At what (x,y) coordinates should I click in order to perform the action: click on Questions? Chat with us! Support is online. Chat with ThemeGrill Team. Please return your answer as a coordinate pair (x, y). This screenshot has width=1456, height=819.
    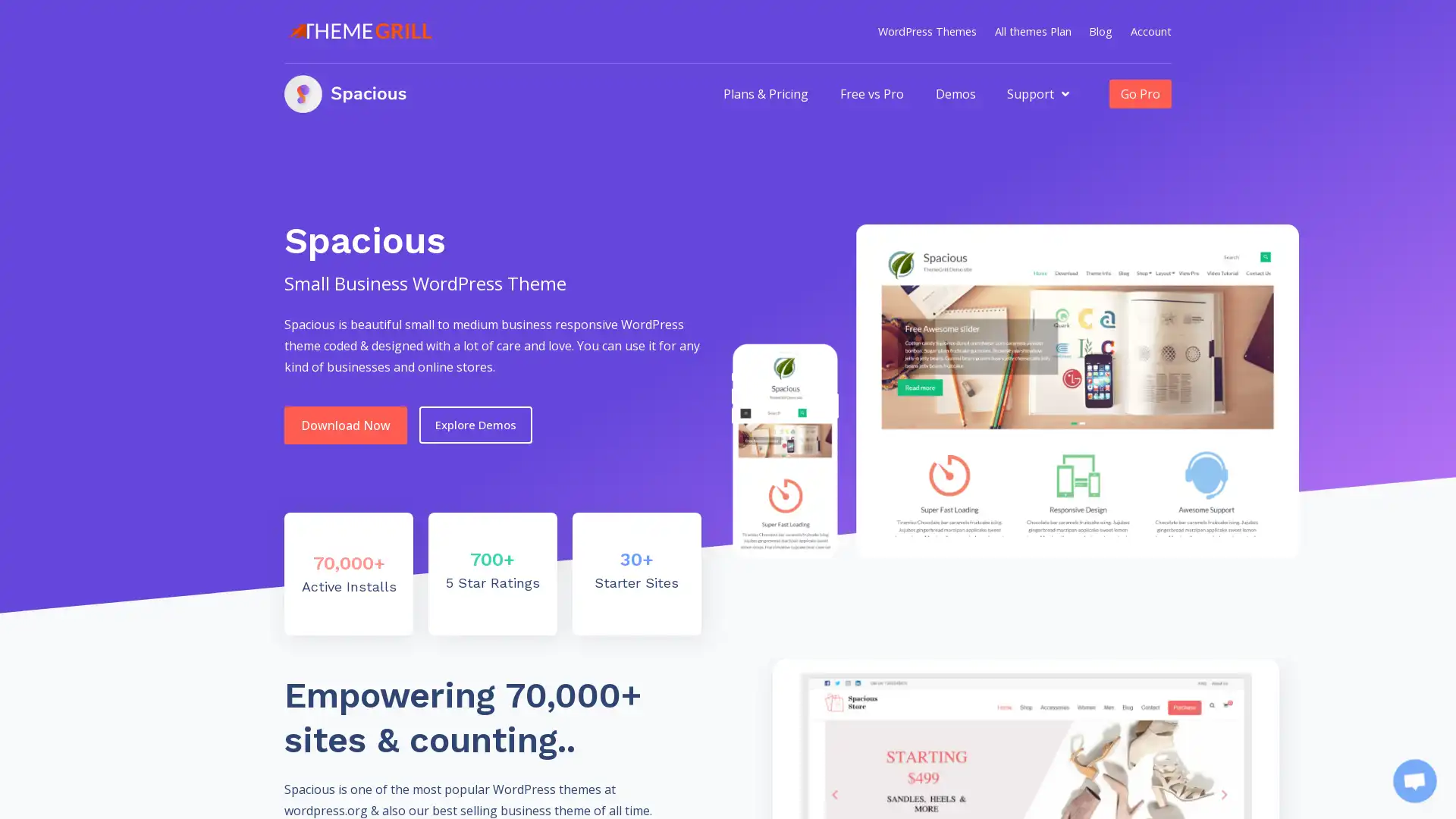
    Looking at the image, I should click on (1414, 780).